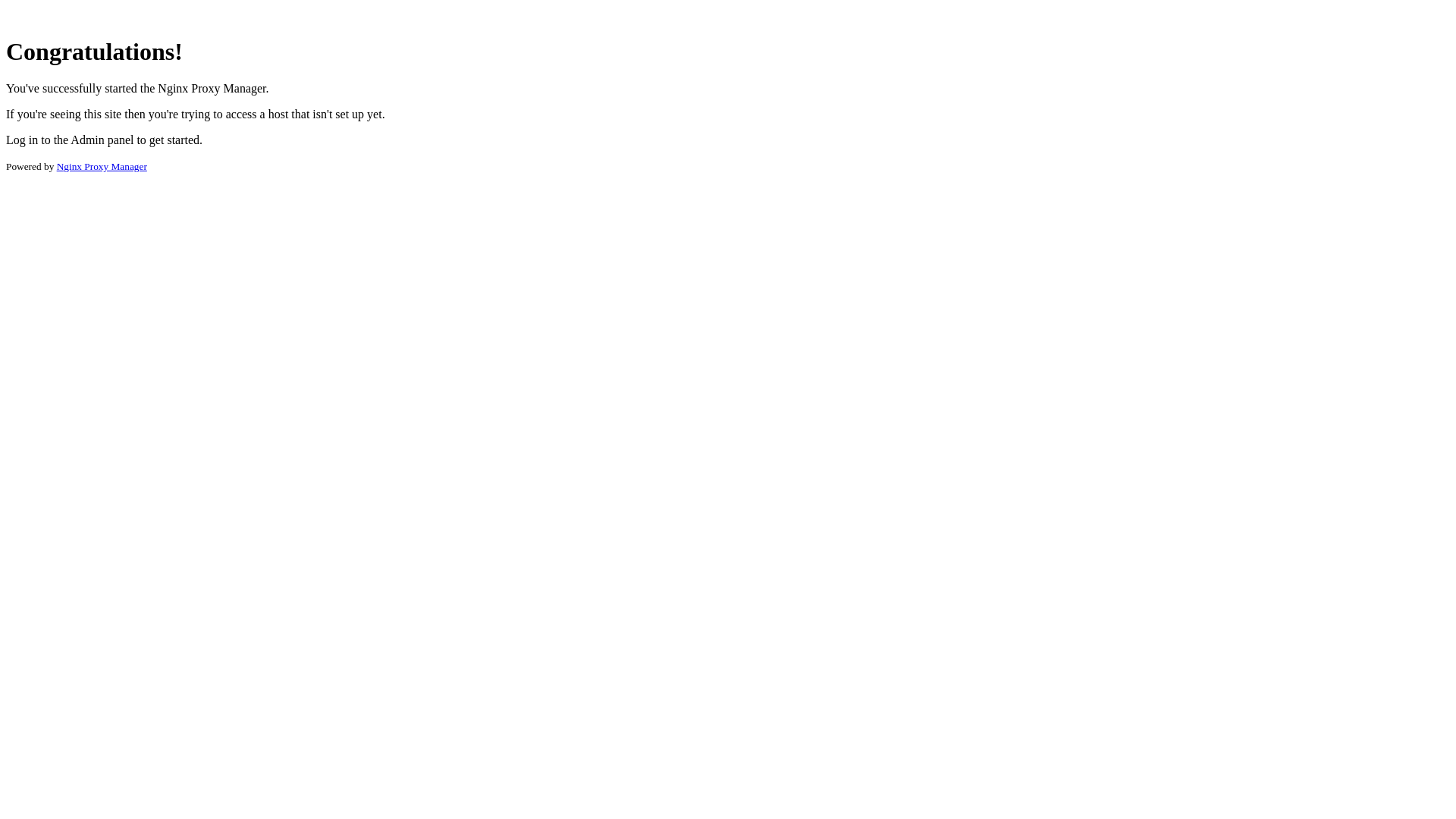 The width and height of the screenshot is (1456, 819). I want to click on 'Nginx Proxy Manager', so click(101, 166).